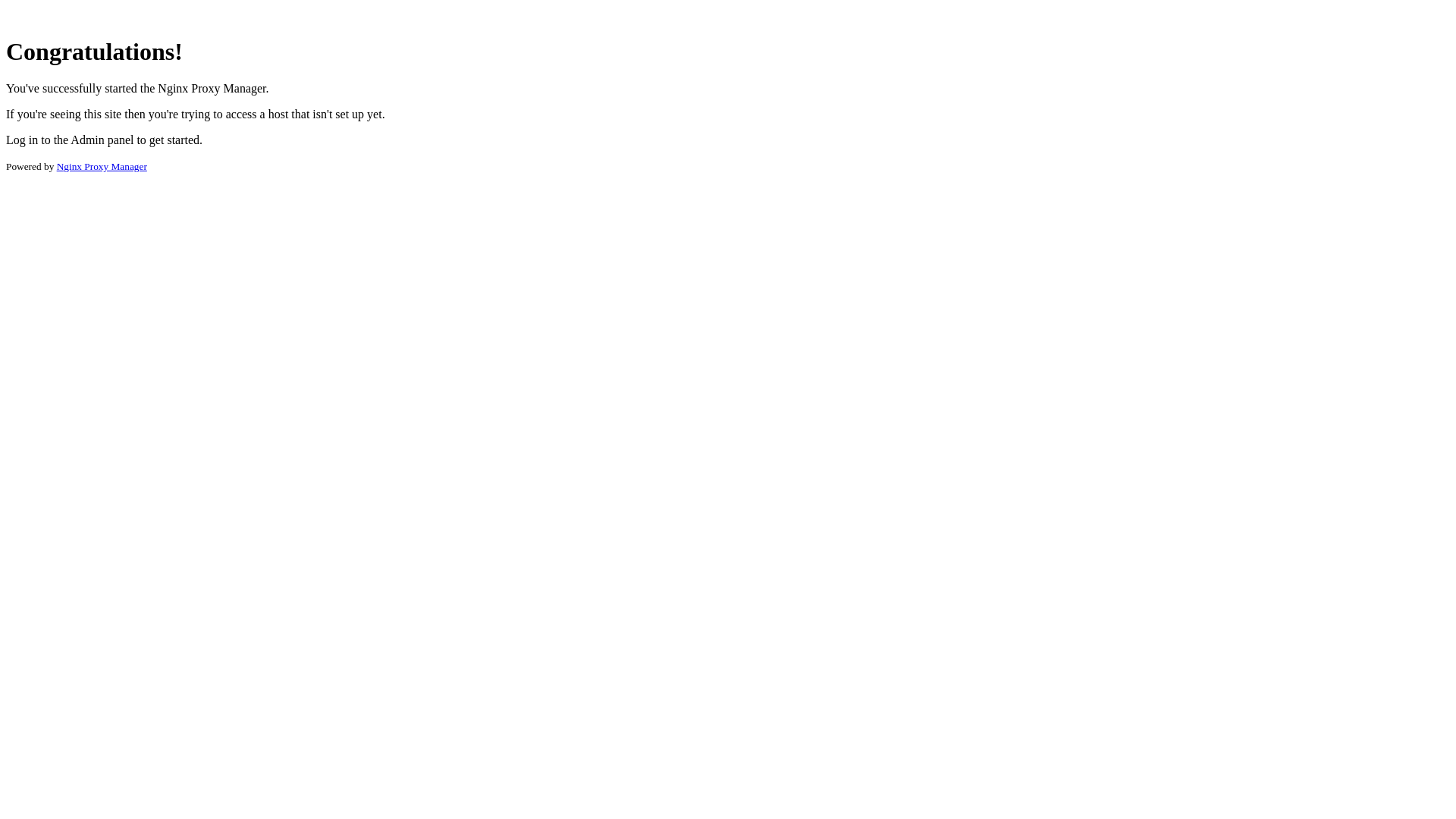 The width and height of the screenshot is (1456, 819). I want to click on 'Nginx Proxy Manager', so click(101, 166).